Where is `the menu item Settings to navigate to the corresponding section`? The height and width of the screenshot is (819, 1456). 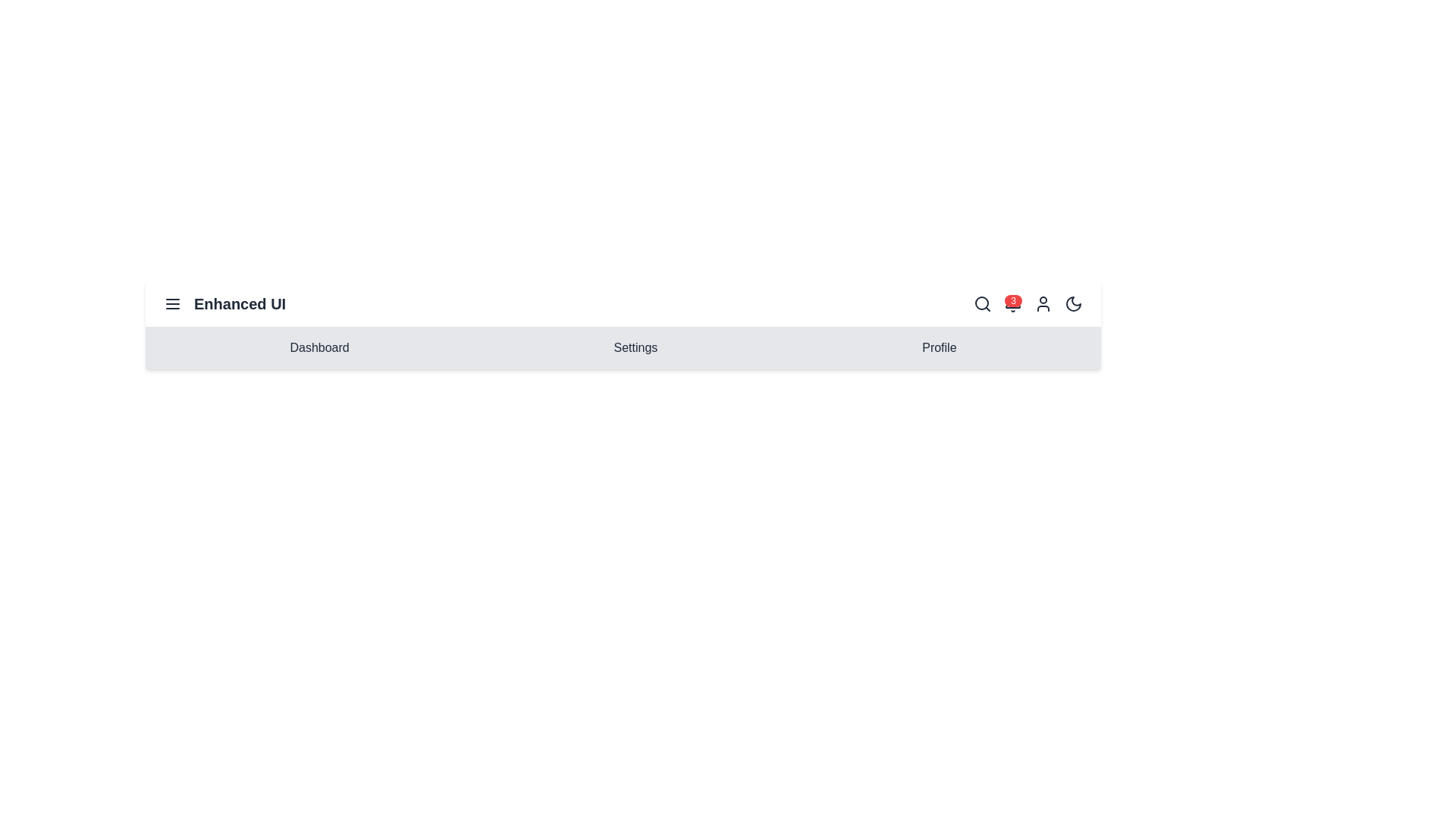 the menu item Settings to navigate to the corresponding section is located at coordinates (635, 348).